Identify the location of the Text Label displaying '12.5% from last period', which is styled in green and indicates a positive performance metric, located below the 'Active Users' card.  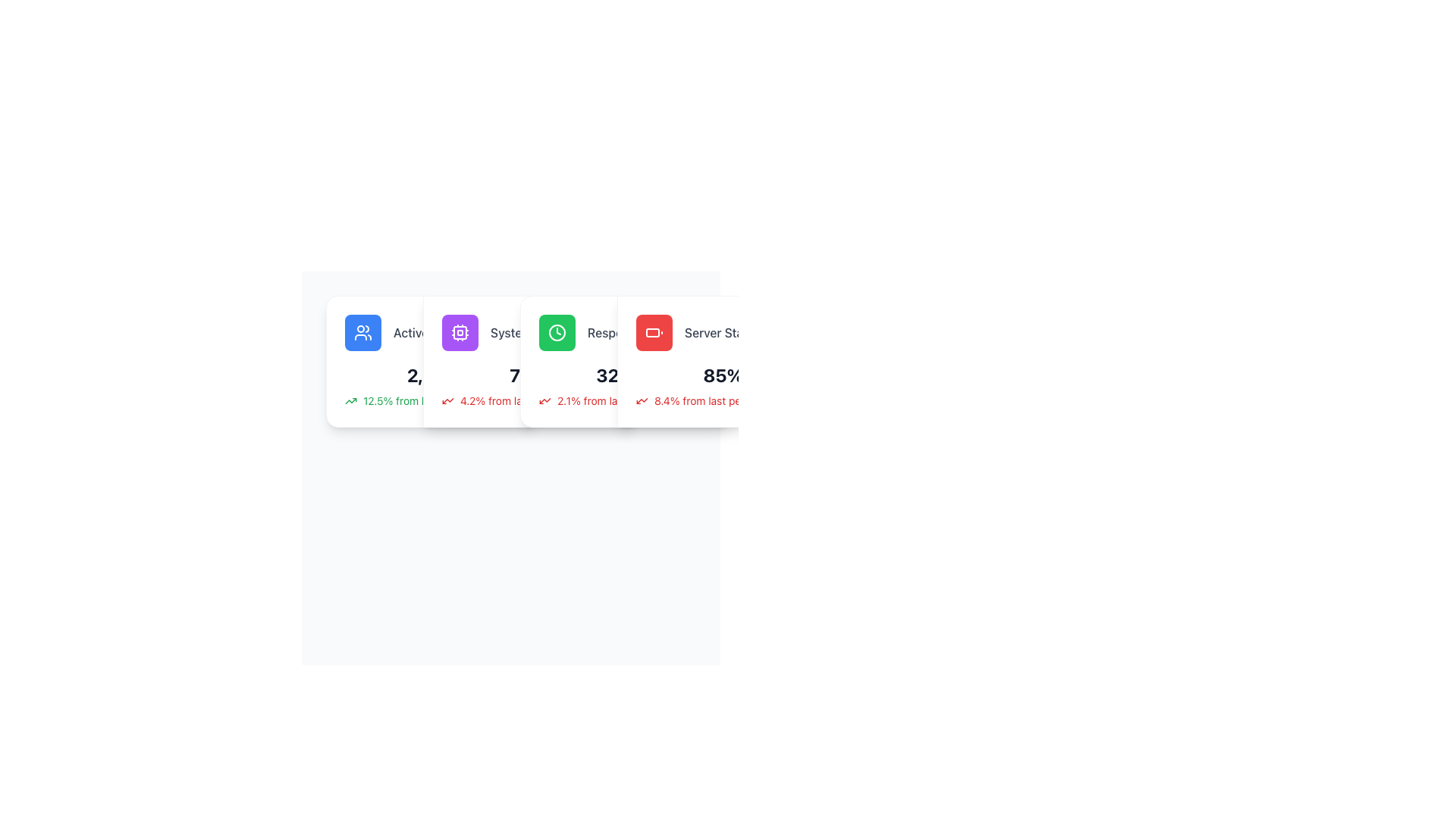
(418, 400).